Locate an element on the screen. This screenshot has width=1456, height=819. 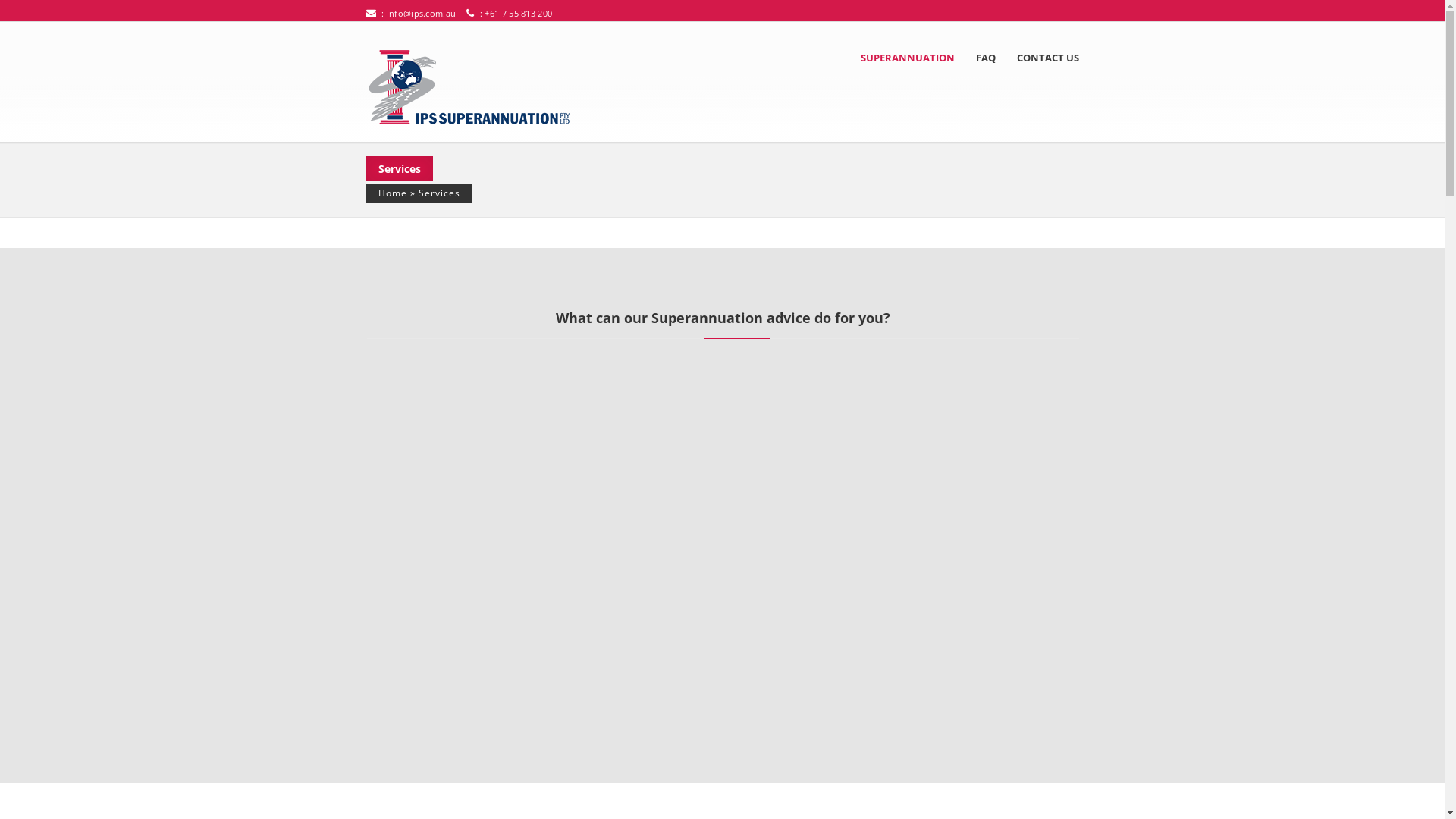
'Home' is located at coordinates (392, 192).